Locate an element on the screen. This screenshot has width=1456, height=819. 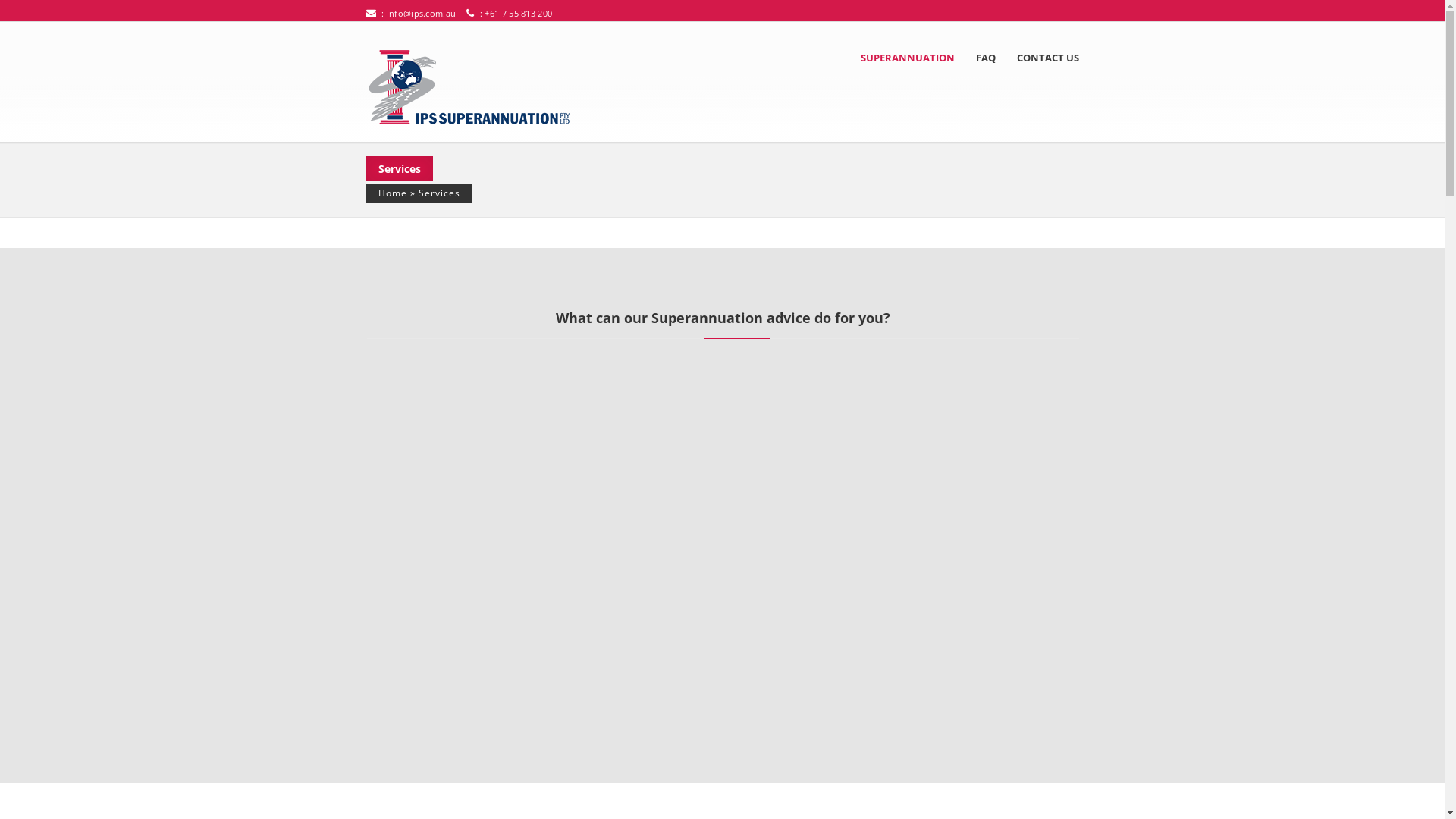
'Home' is located at coordinates (392, 192).